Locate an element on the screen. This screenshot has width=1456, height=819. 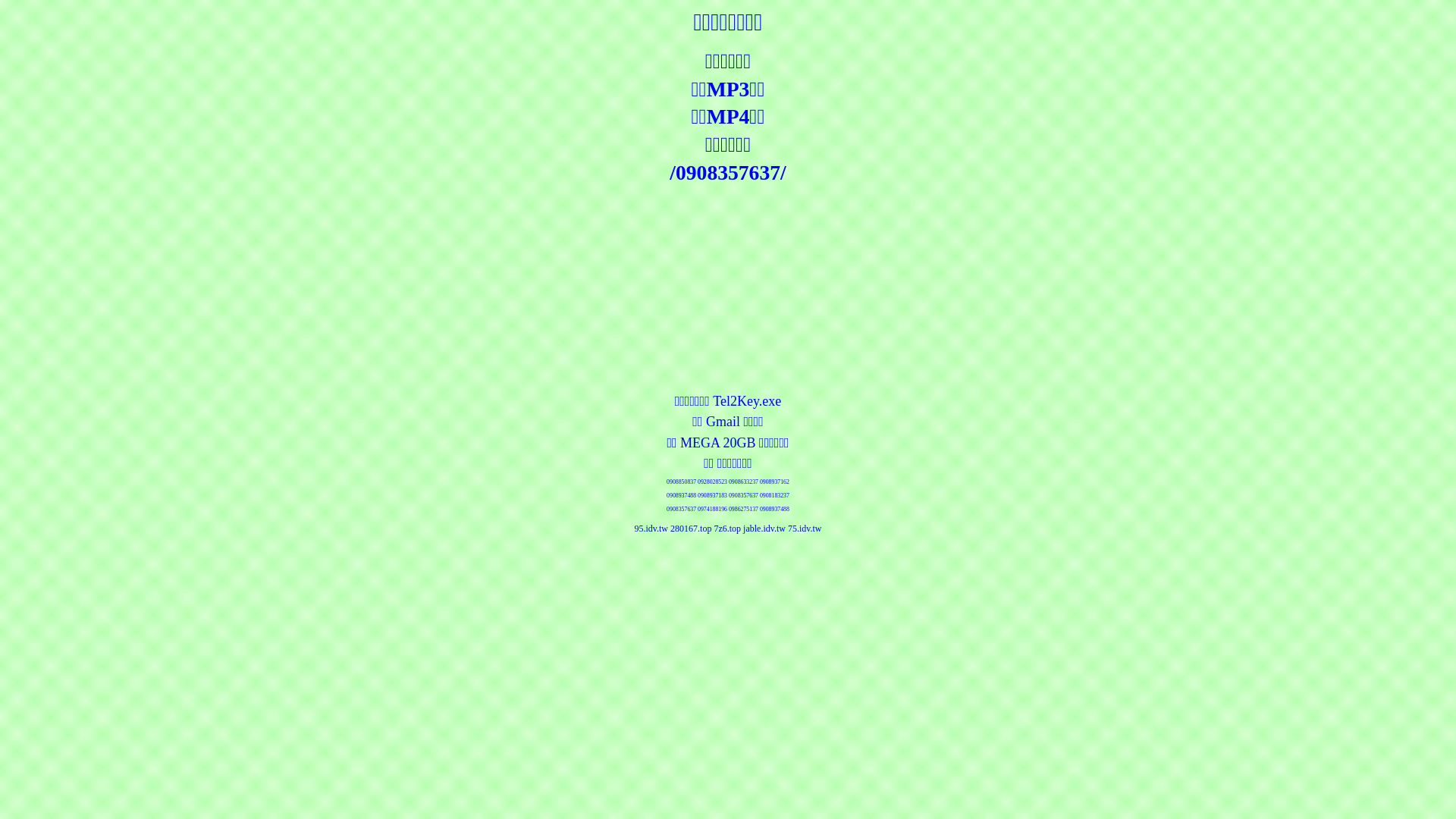
'0908937488' is located at coordinates (680, 495).